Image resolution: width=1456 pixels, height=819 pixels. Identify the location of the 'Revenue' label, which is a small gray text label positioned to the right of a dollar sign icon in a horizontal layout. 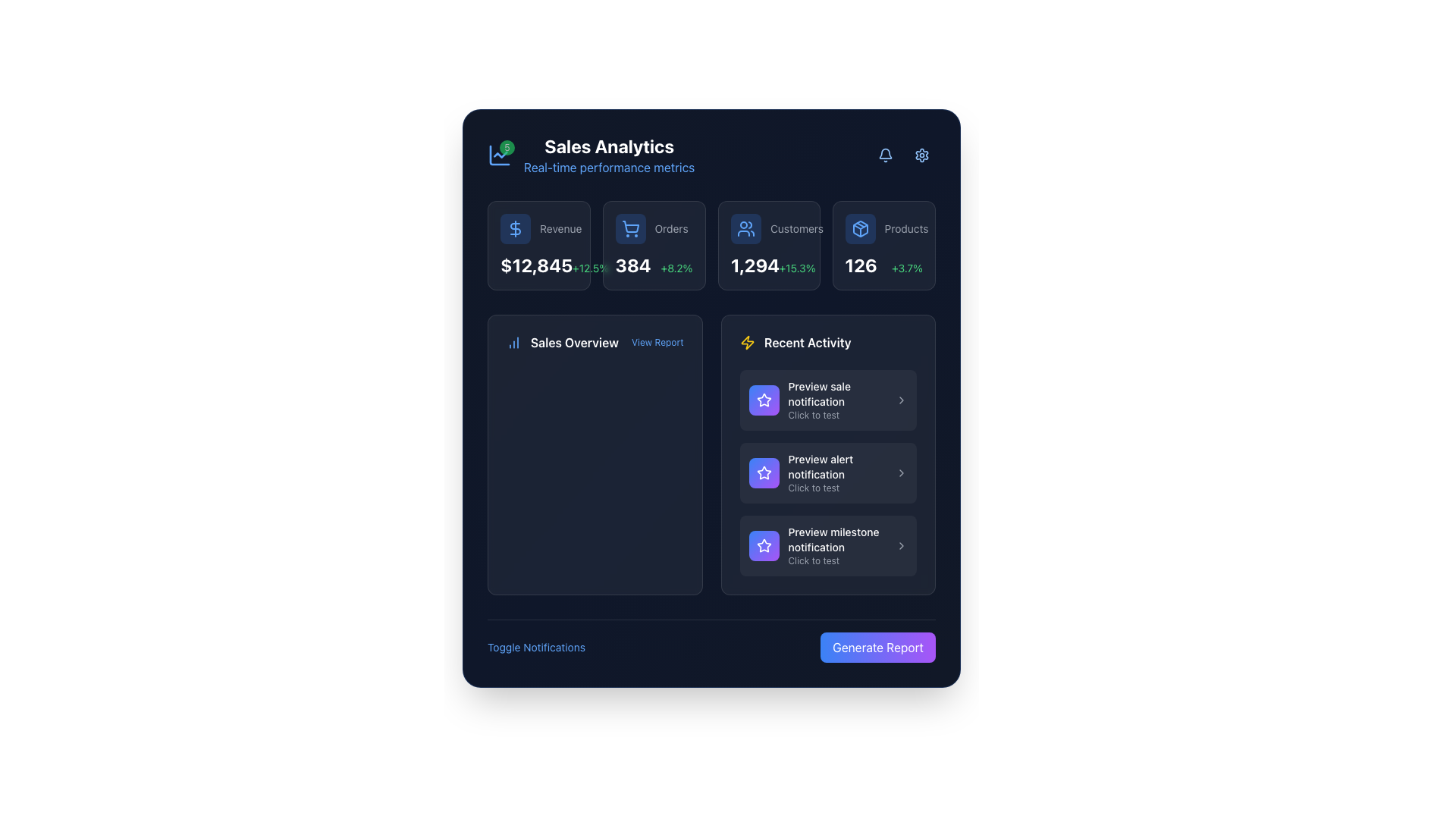
(560, 228).